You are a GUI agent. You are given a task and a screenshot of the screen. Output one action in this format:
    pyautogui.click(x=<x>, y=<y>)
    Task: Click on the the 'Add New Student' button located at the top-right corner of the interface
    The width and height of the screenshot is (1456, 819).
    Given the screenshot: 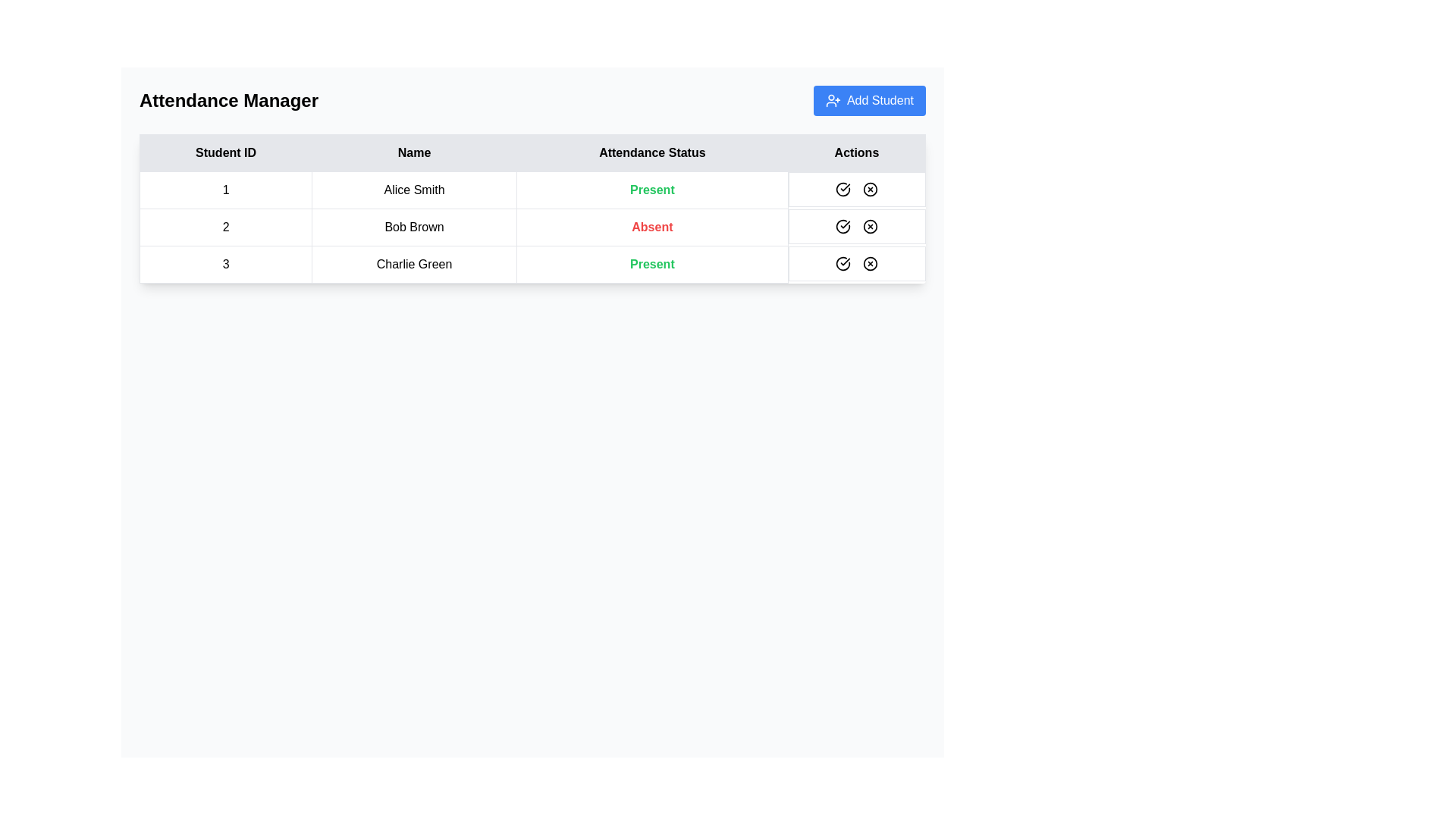 What is the action you would take?
    pyautogui.click(x=870, y=100)
    